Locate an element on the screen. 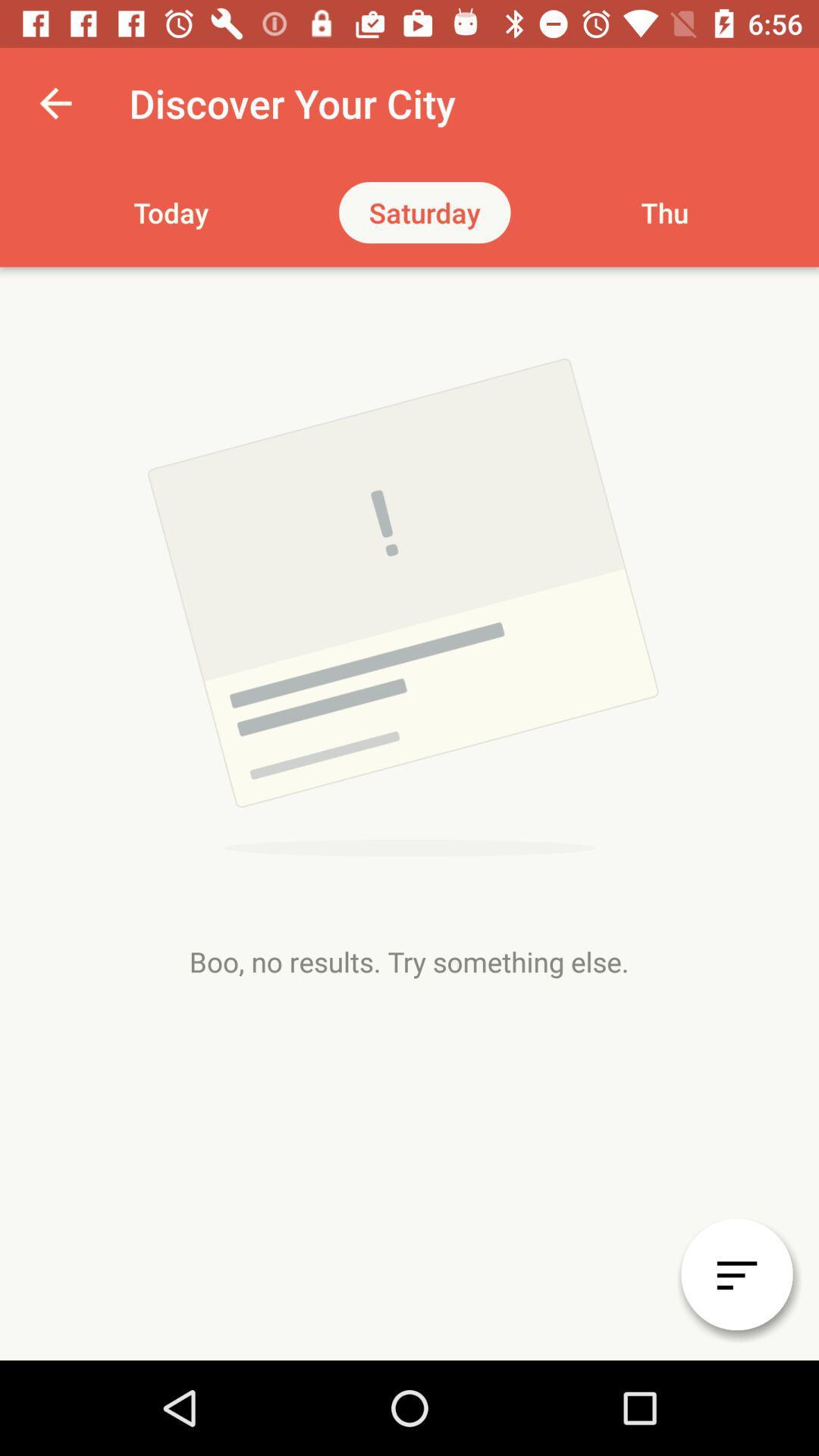 The image size is (819, 1456). show poll results is located at coordinates (736, 1274).